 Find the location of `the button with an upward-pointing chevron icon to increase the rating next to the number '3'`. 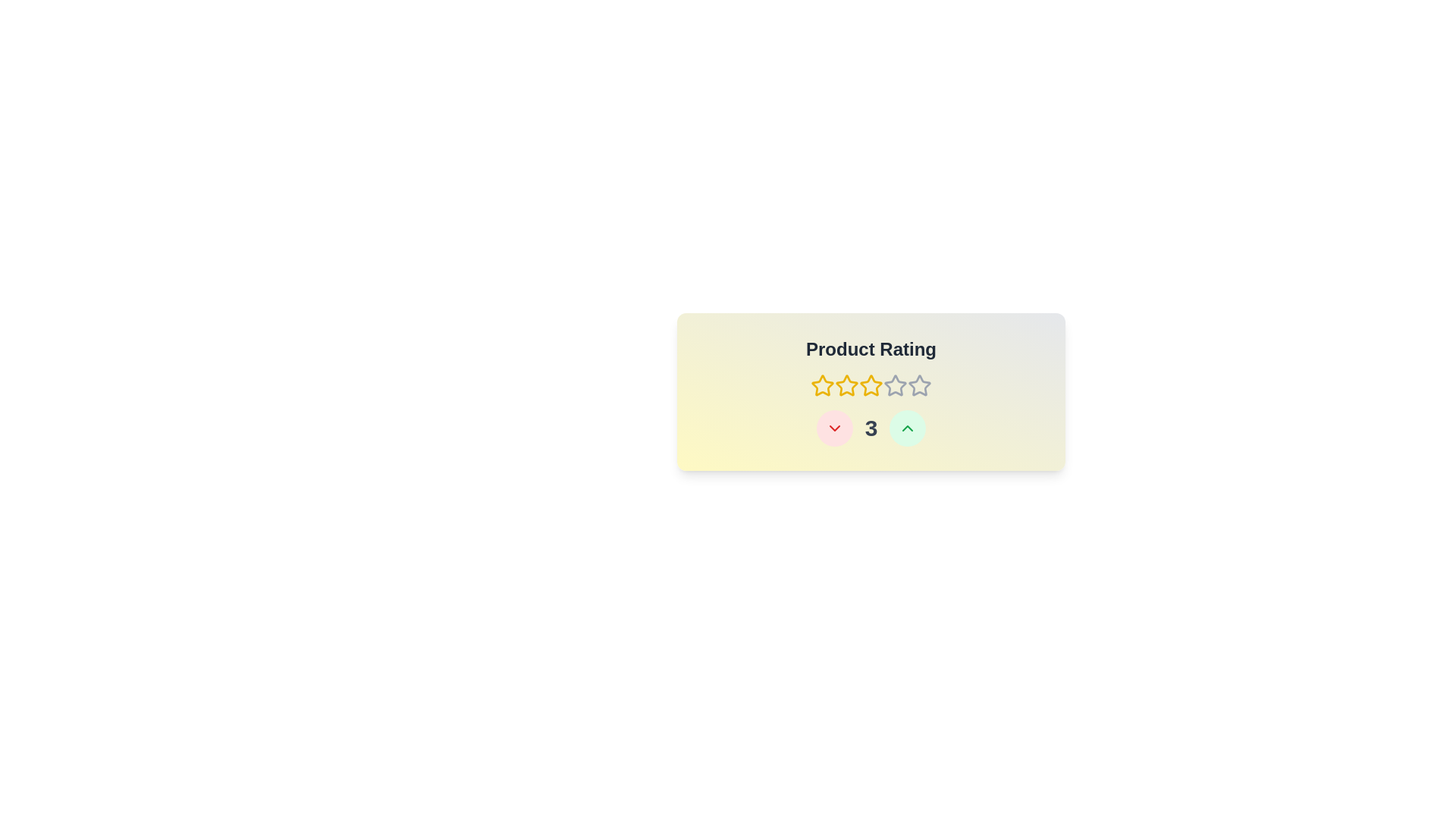

the button with an upward-pointing chevron icon to increase the rating next to the number '3' is located at coordinates (908, 428).